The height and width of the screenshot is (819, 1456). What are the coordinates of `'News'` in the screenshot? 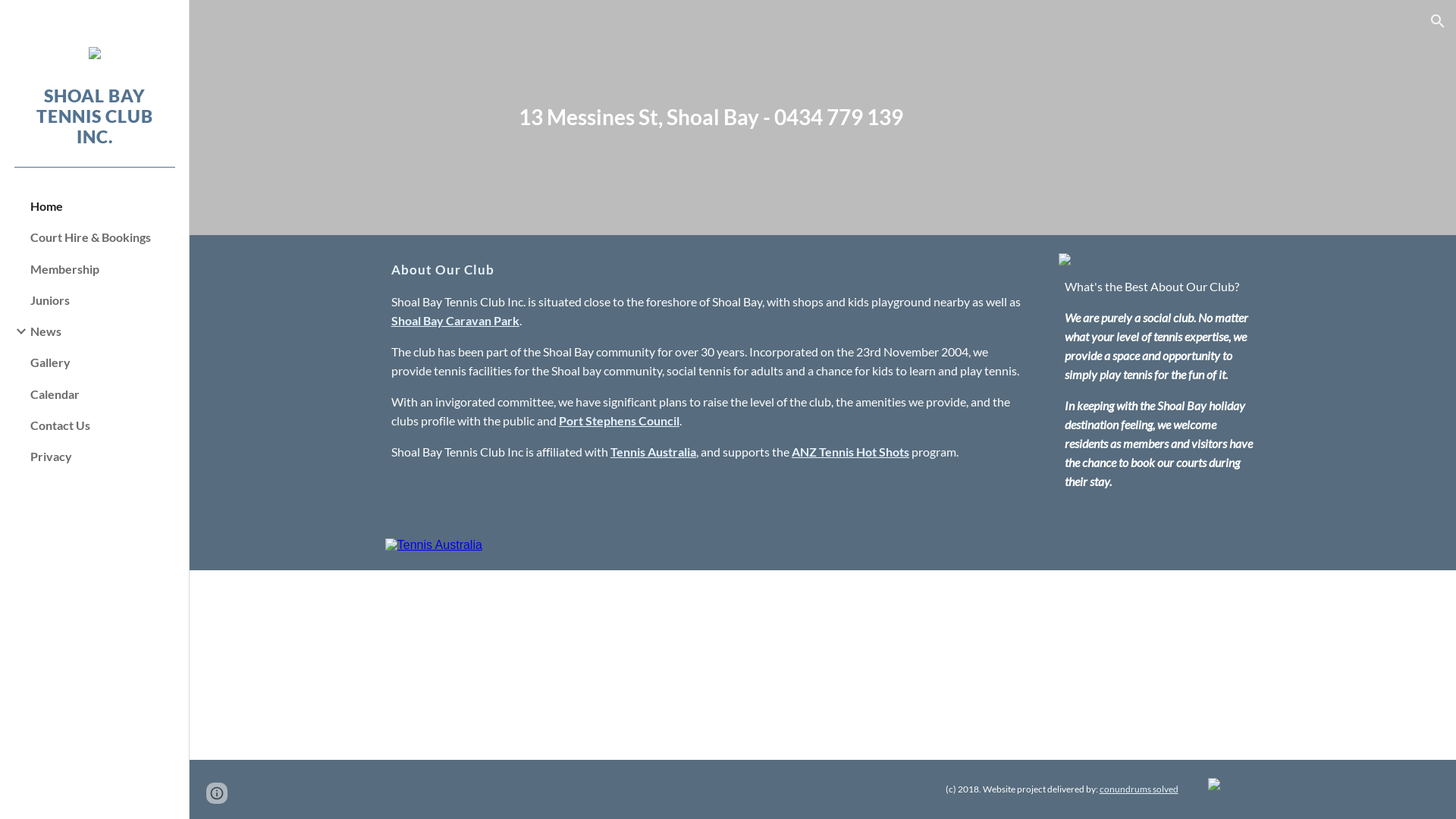 It's located at (102, 330).